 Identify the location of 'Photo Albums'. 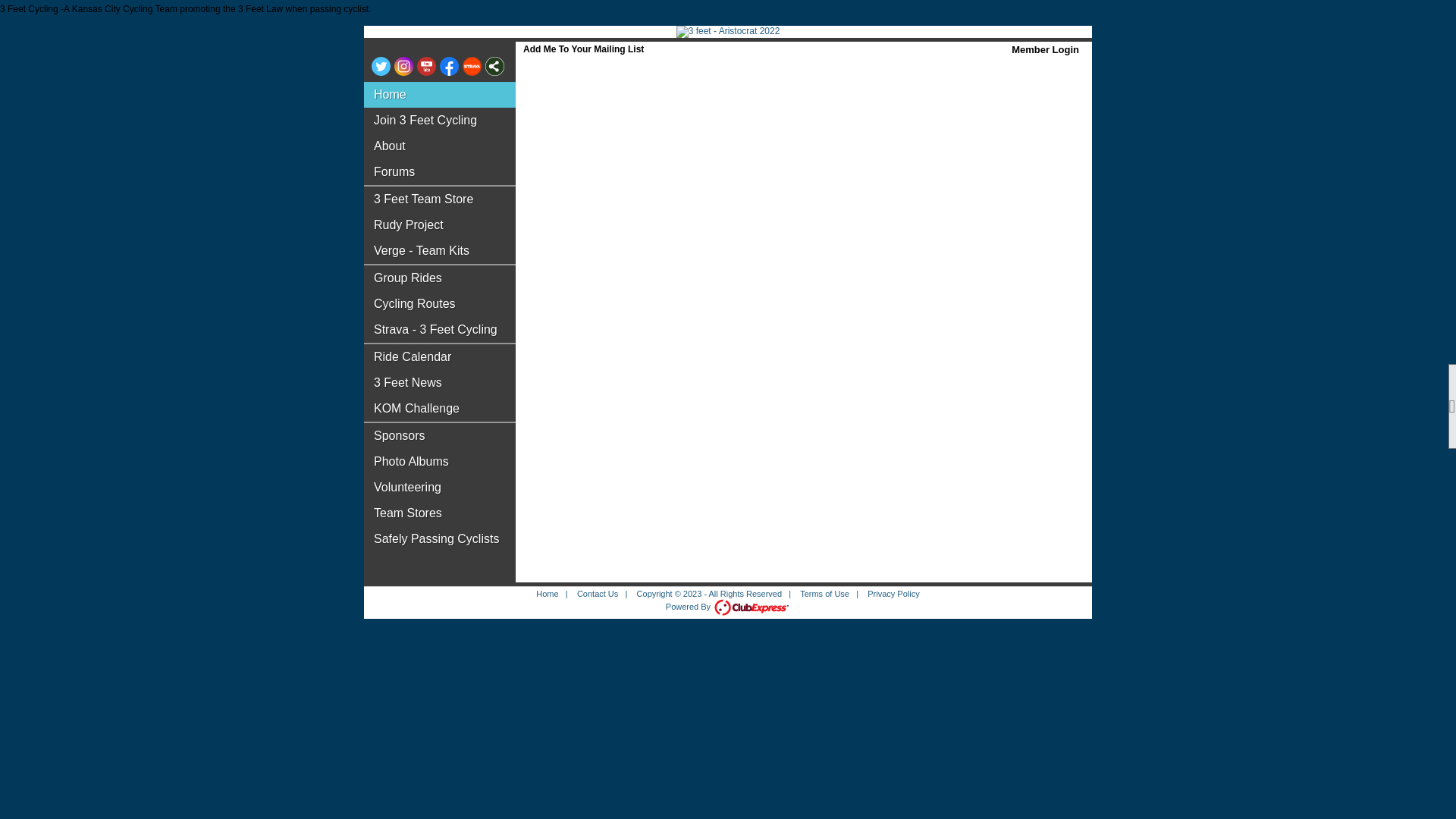
(439, 461).